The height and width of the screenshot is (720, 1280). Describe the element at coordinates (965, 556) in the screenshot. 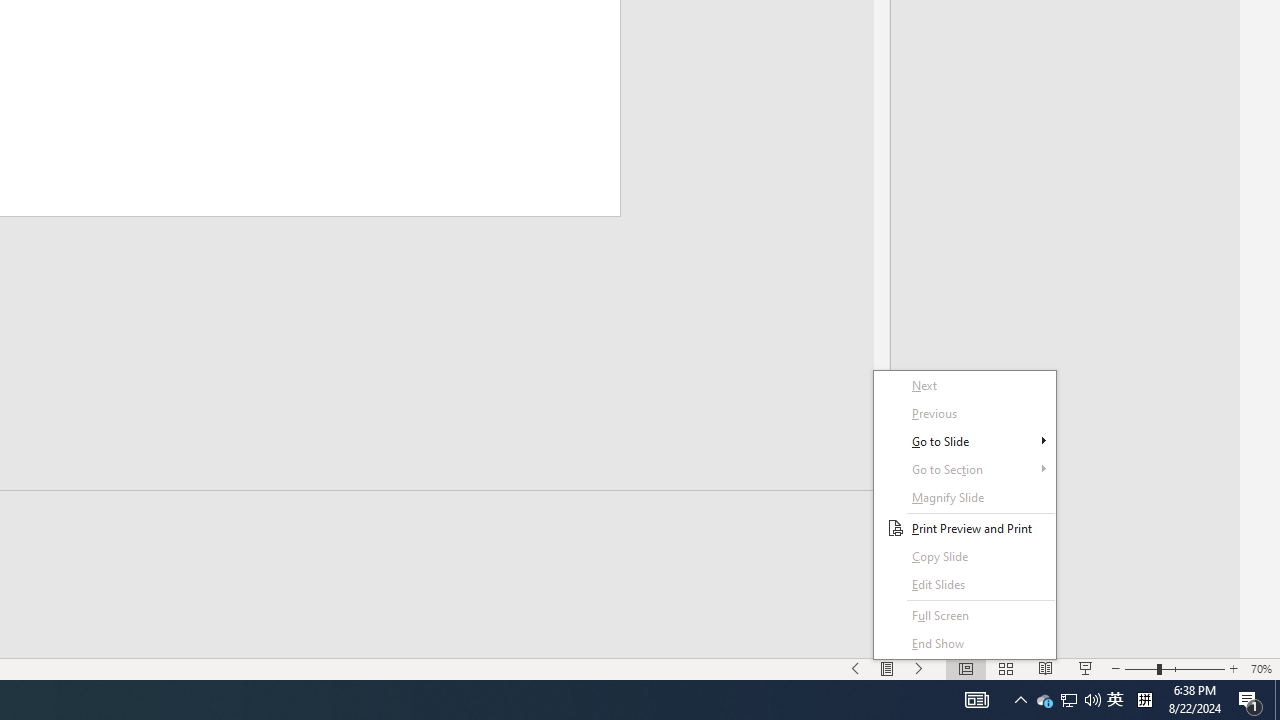

I see `'Copy Slide'` at that location.